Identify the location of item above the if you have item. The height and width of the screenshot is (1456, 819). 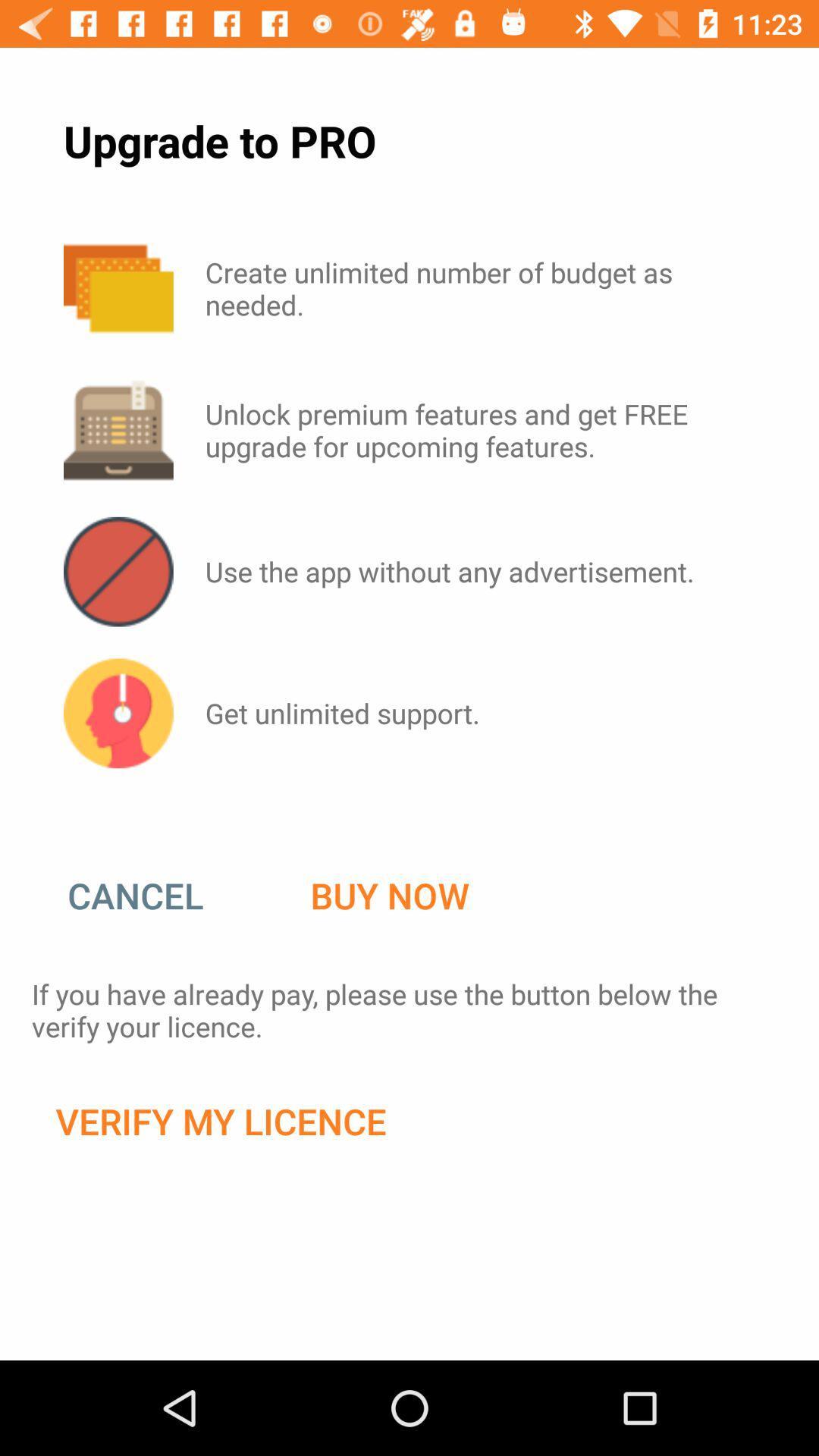
(151, 896).